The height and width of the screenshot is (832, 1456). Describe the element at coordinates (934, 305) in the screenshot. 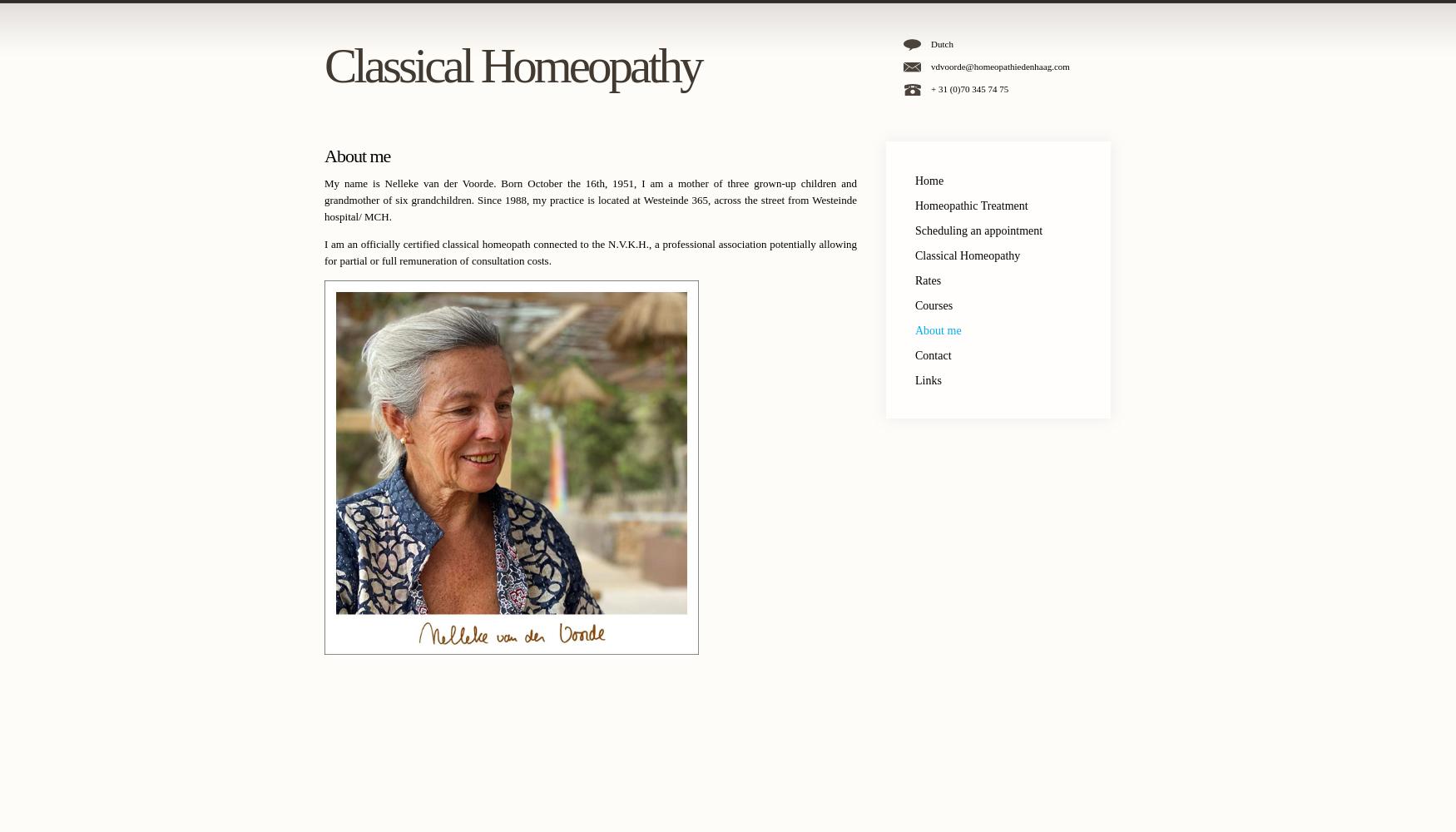

I see `'Courses'` at that location.